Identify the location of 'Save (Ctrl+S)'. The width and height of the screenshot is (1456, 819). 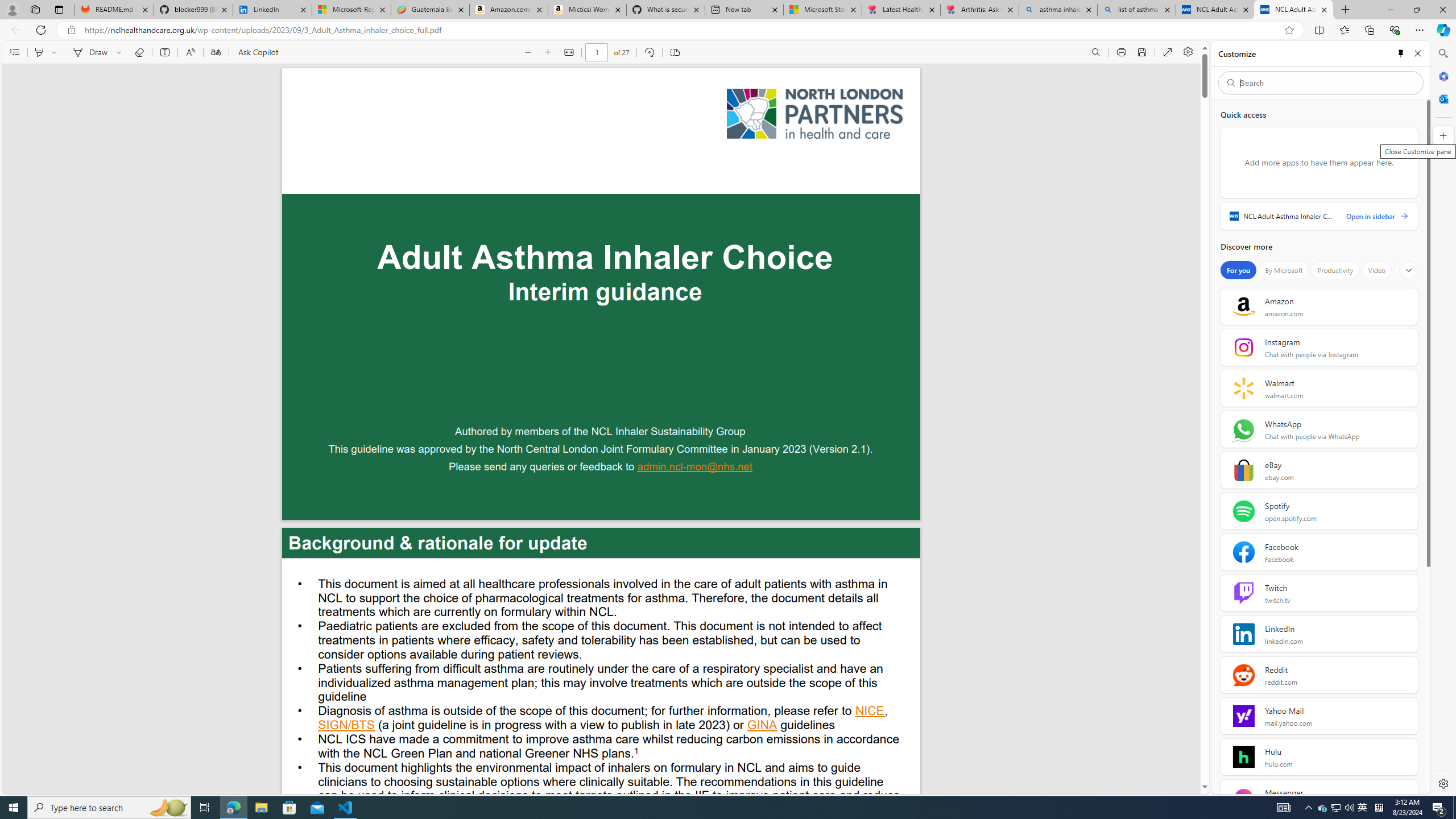
(1141, 52).